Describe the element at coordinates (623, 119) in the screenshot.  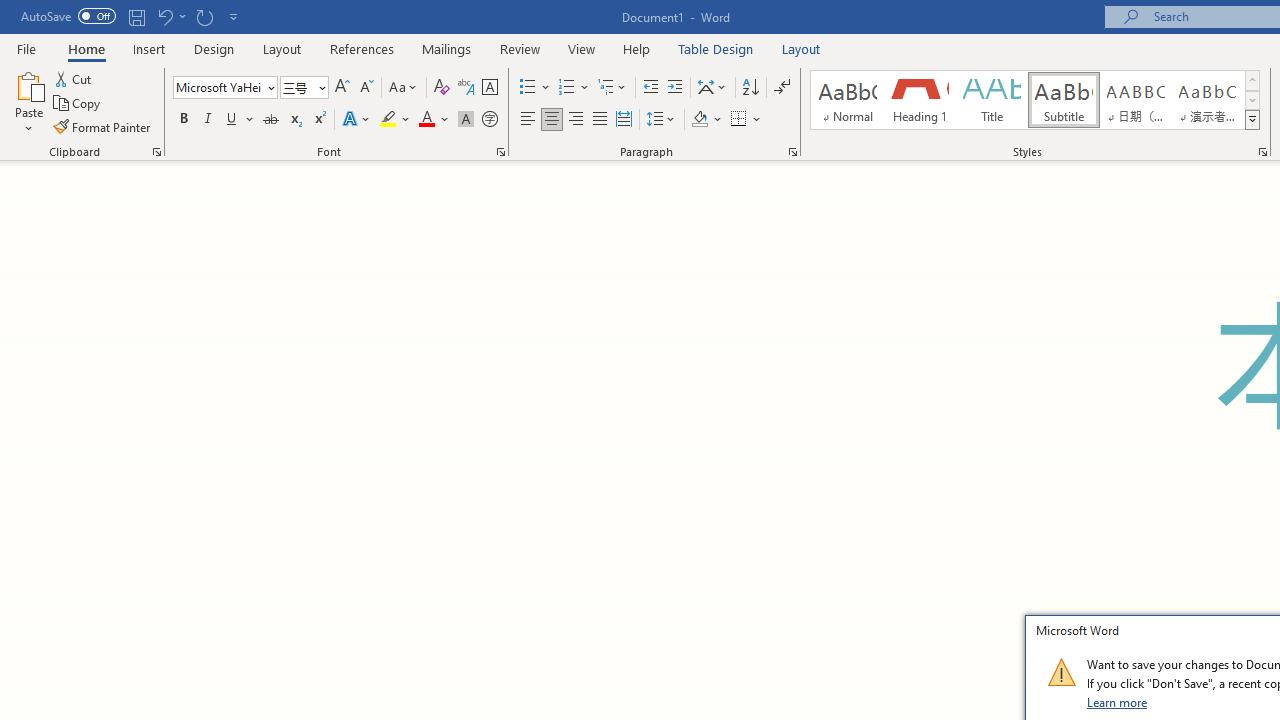
I see `'Distributed'` at that location.